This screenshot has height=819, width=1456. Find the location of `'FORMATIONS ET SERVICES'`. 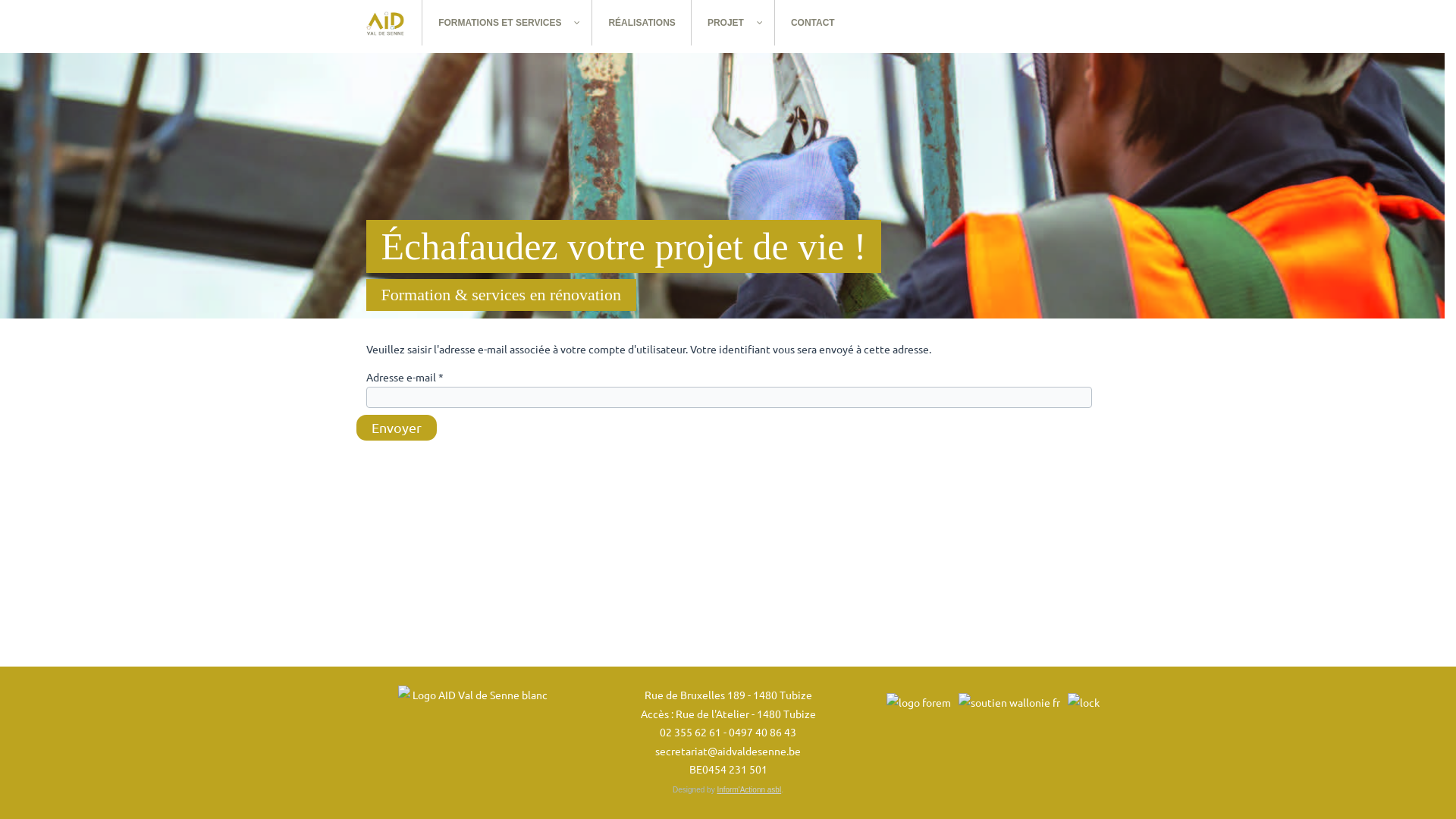

'FORMATIONS ET SERVICES' is located at coordinates (507, 23).